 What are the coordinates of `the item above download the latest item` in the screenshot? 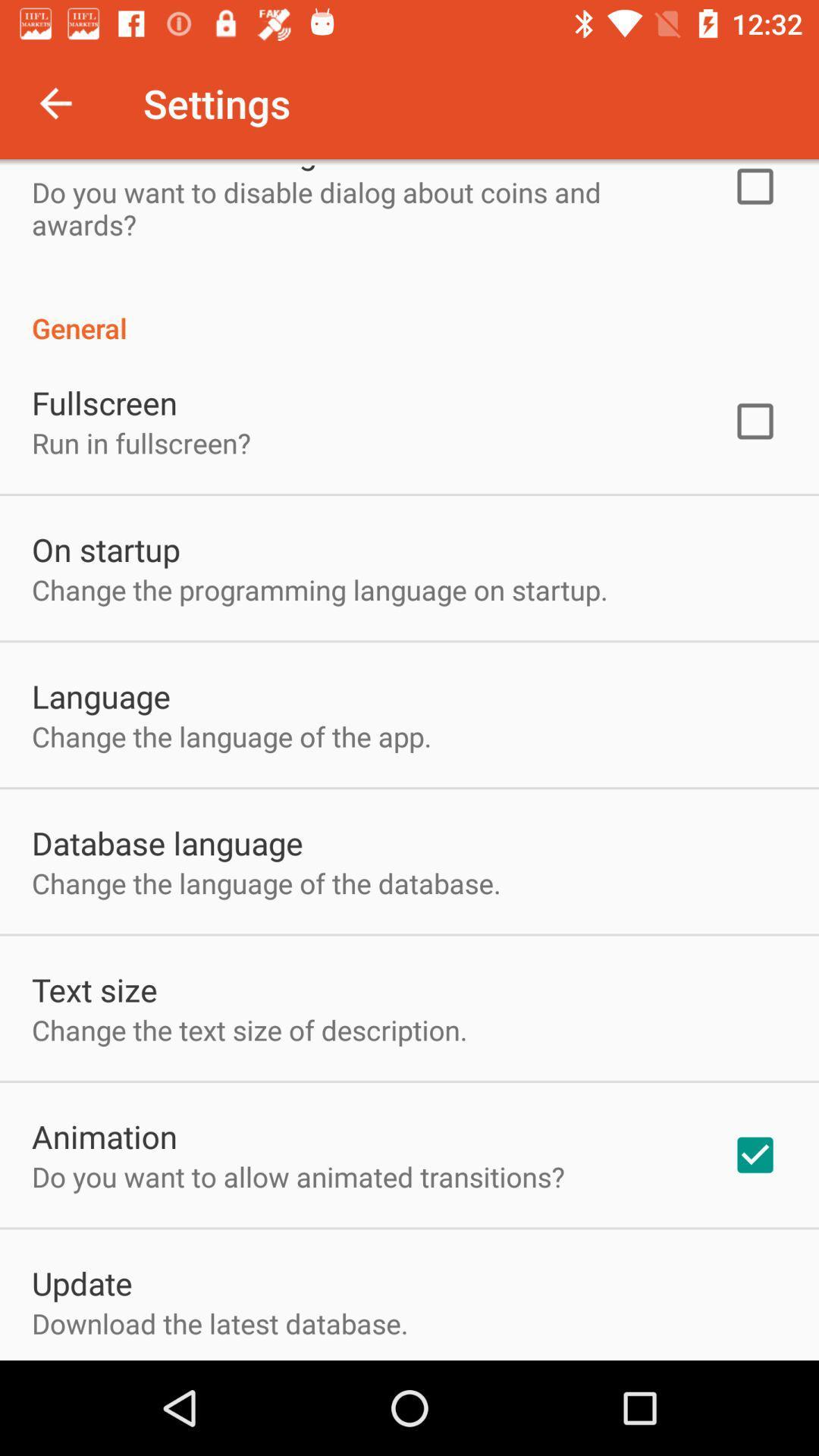 It's located at (82, 1282).